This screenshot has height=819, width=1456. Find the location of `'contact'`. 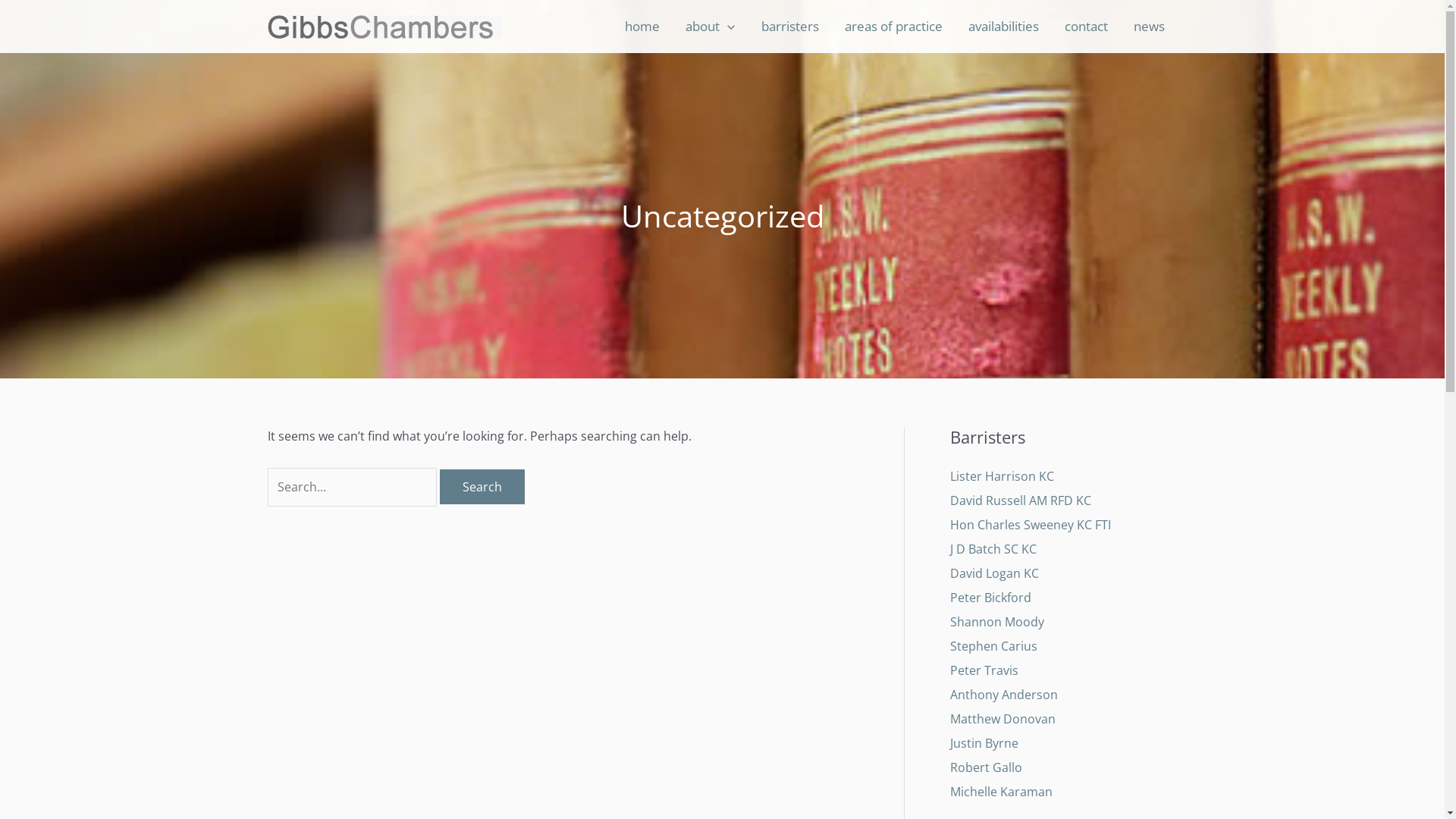

'contact' is located at coordinates (1084, 26).